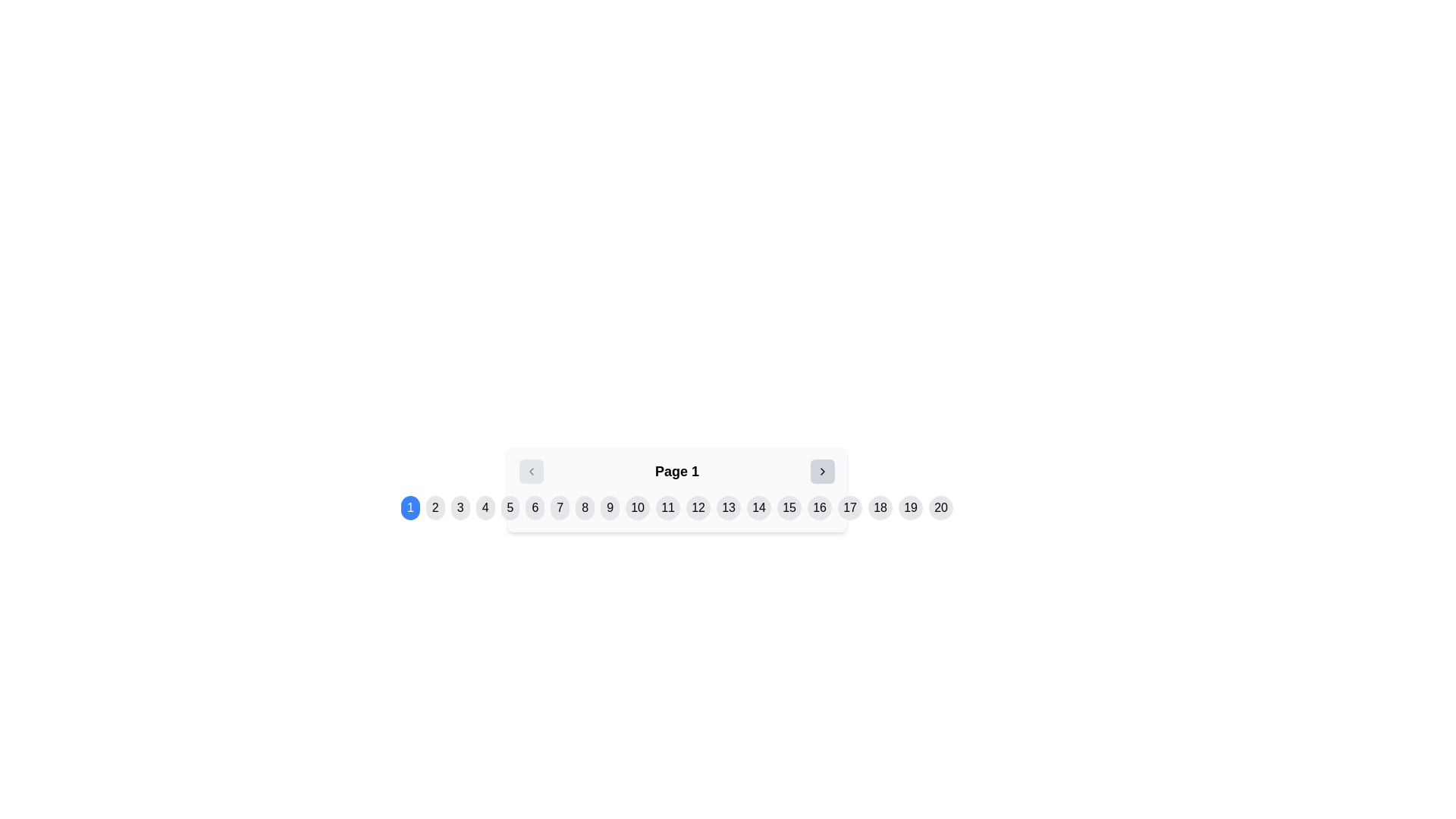 This screenshot has height=819, width=1456. Describe the element at coordinates (880, 508) in the screenshot. I see `the circular button displaying '18' with a light gray background to observe the hover effect` at that location.